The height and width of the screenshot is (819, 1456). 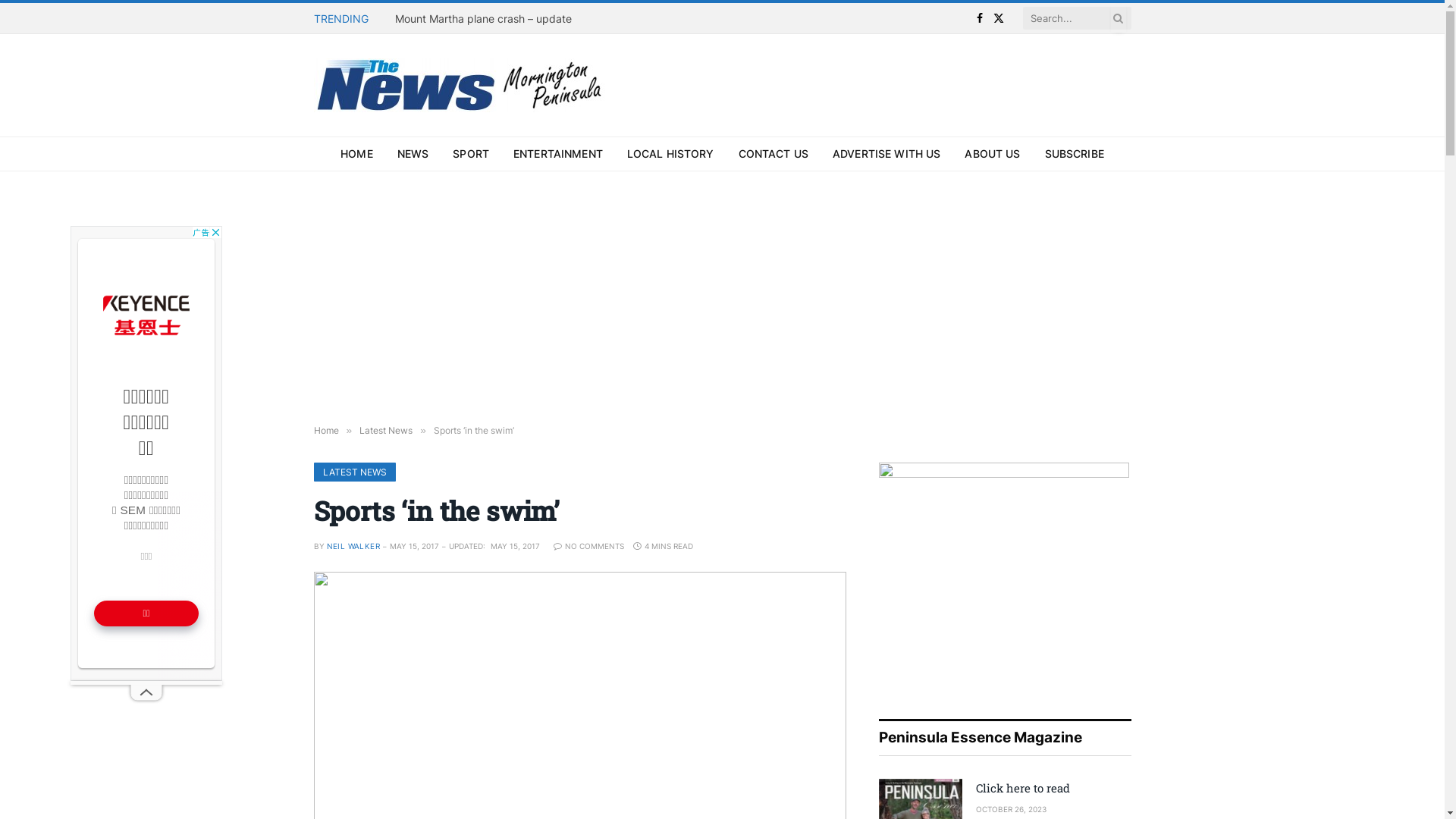 What do you see at coordinates (952, 154) in the screenshot?
I see `'ABOUT US'` at bounding box center [952, 154].